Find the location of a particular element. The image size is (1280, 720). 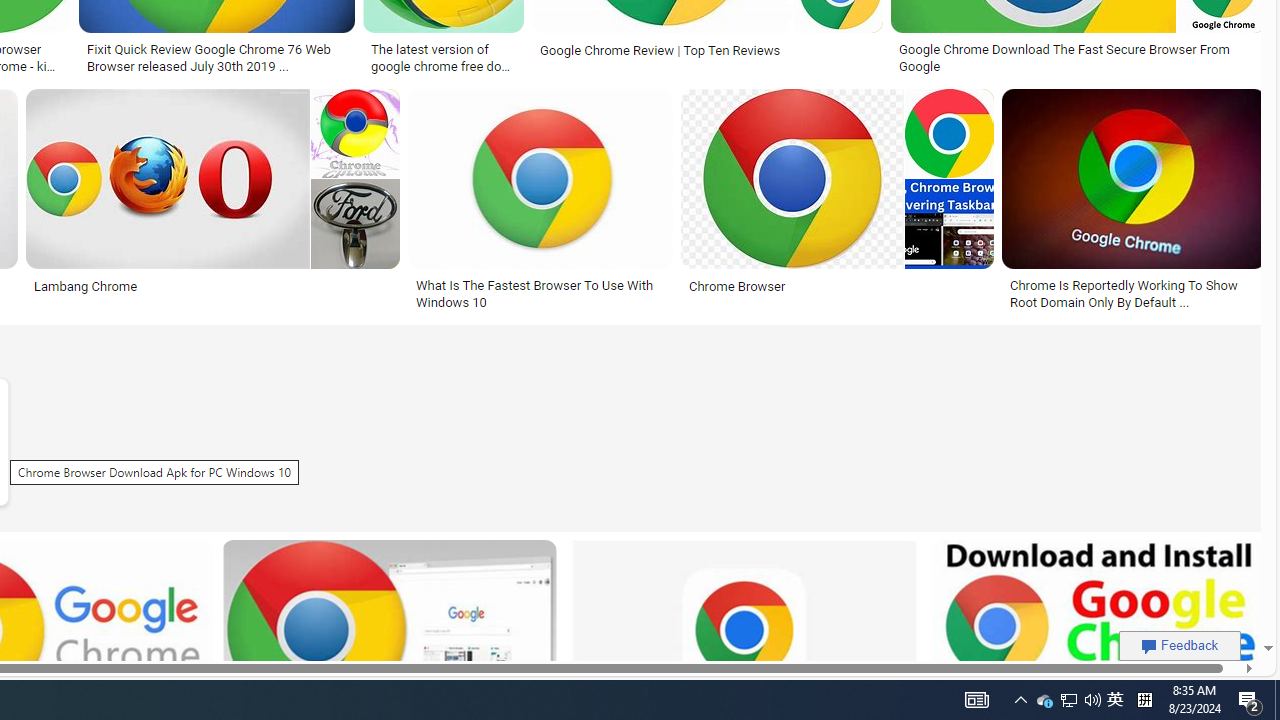

'What Is The Fastest Browser To Use With Windows 10Save' is located at coordinates (544, 203).